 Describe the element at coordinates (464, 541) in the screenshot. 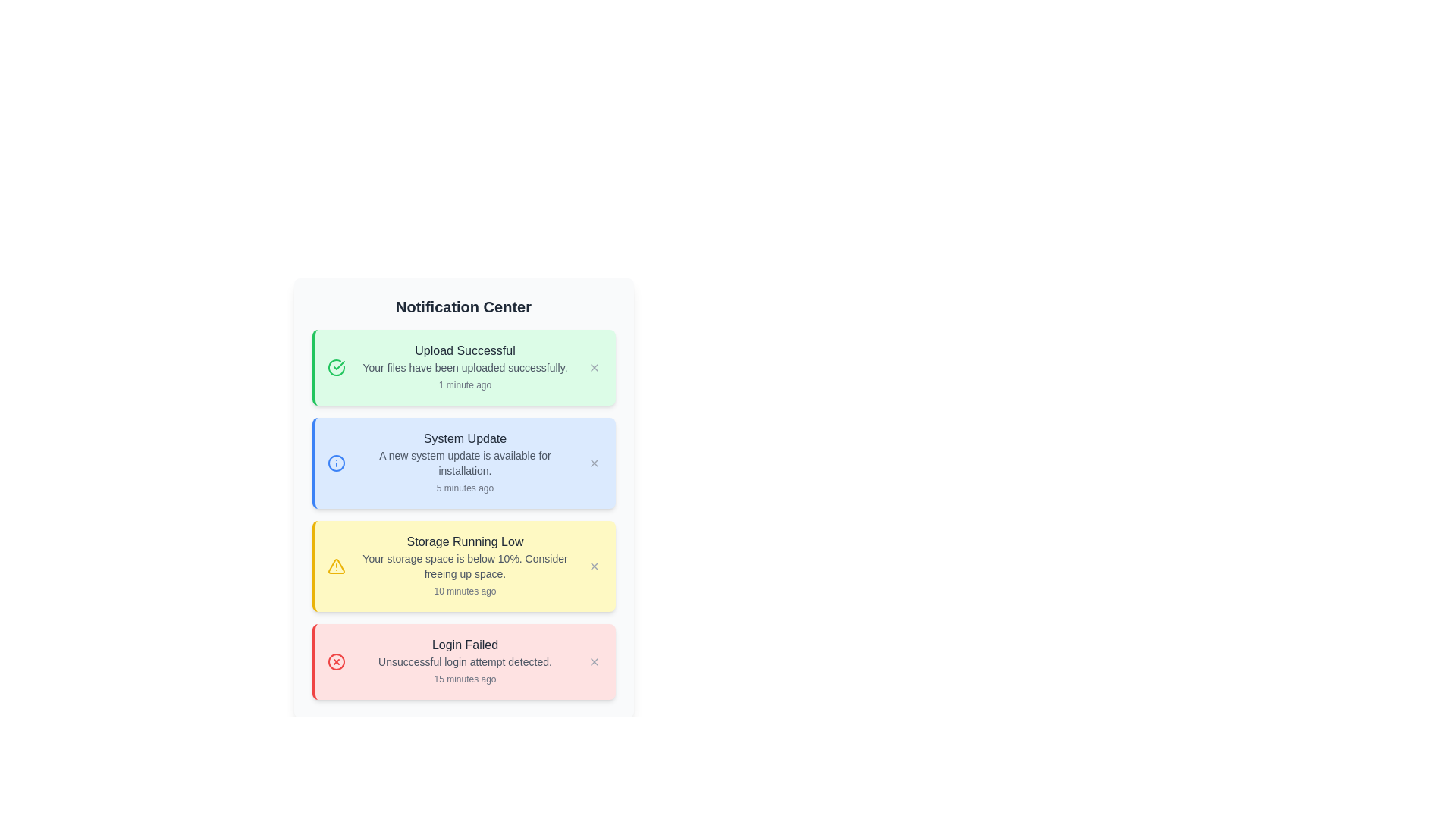

I see `the 'Storage Running Low' text label located in the upper section of the third notification card in the Notification Center interface` at that location.